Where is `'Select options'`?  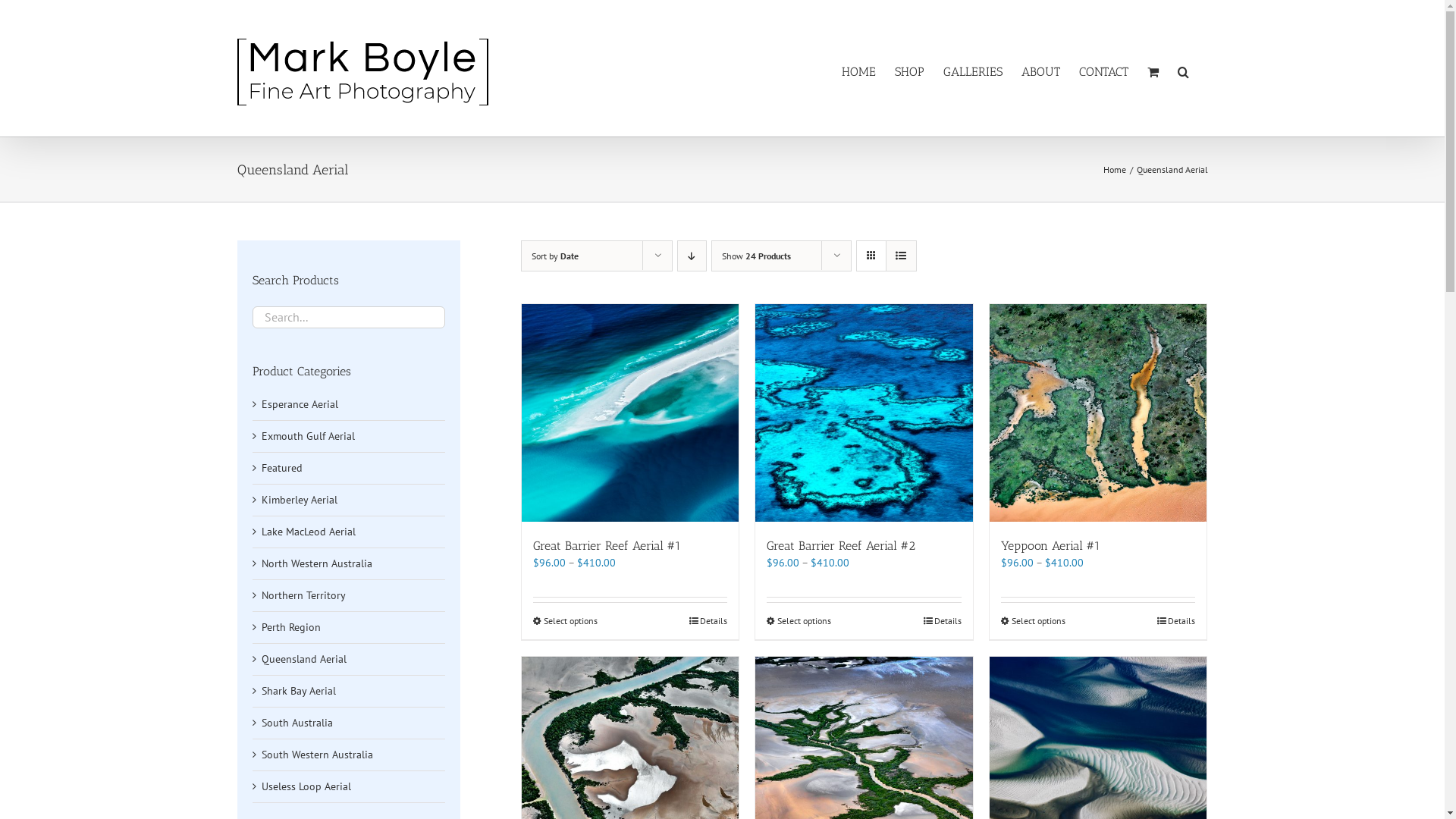 'Select options' is located at coordinates (564, 620).